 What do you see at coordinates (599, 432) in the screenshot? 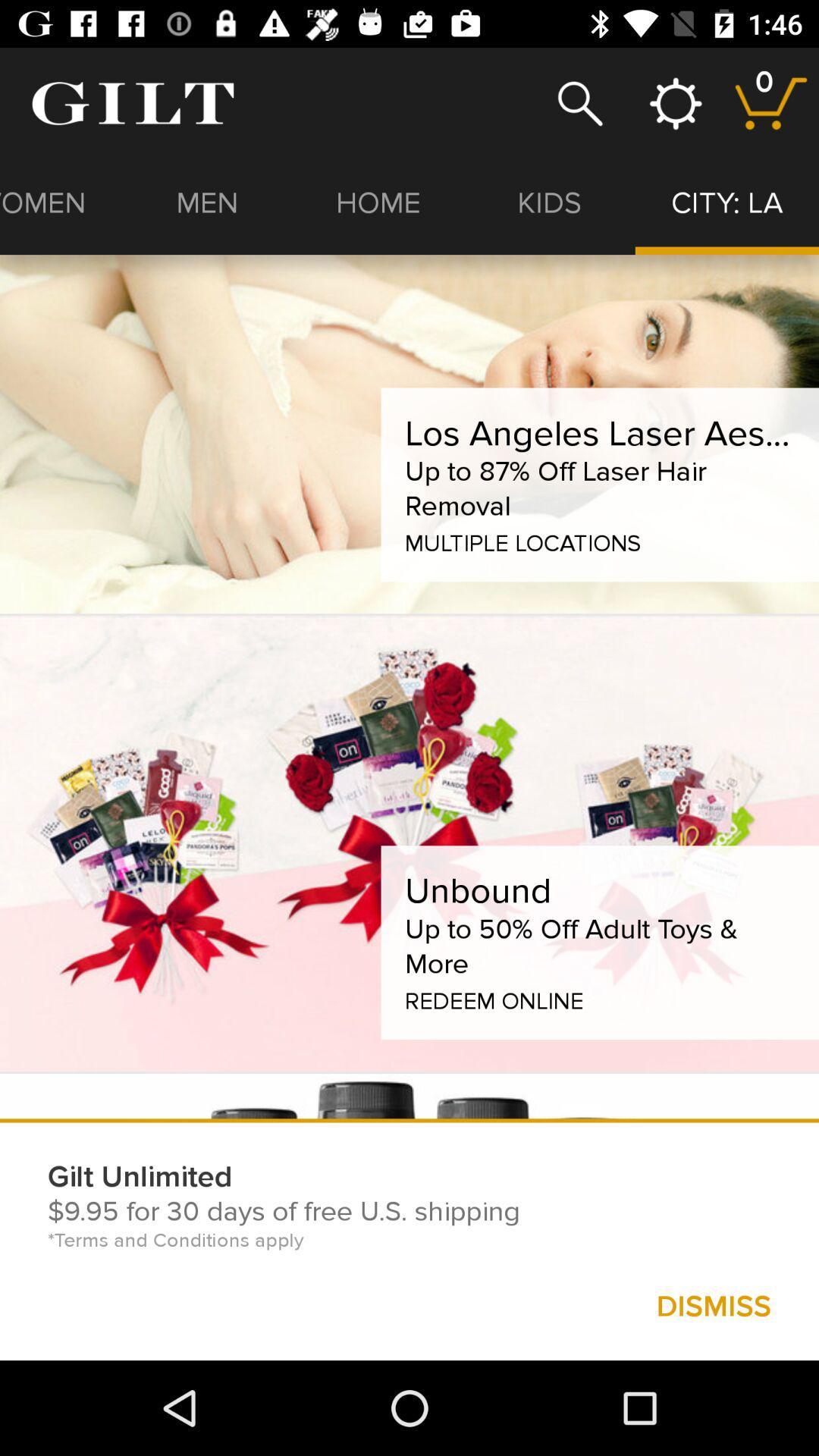
I see `los angeles laser icon` at bounding box center [599, 432].